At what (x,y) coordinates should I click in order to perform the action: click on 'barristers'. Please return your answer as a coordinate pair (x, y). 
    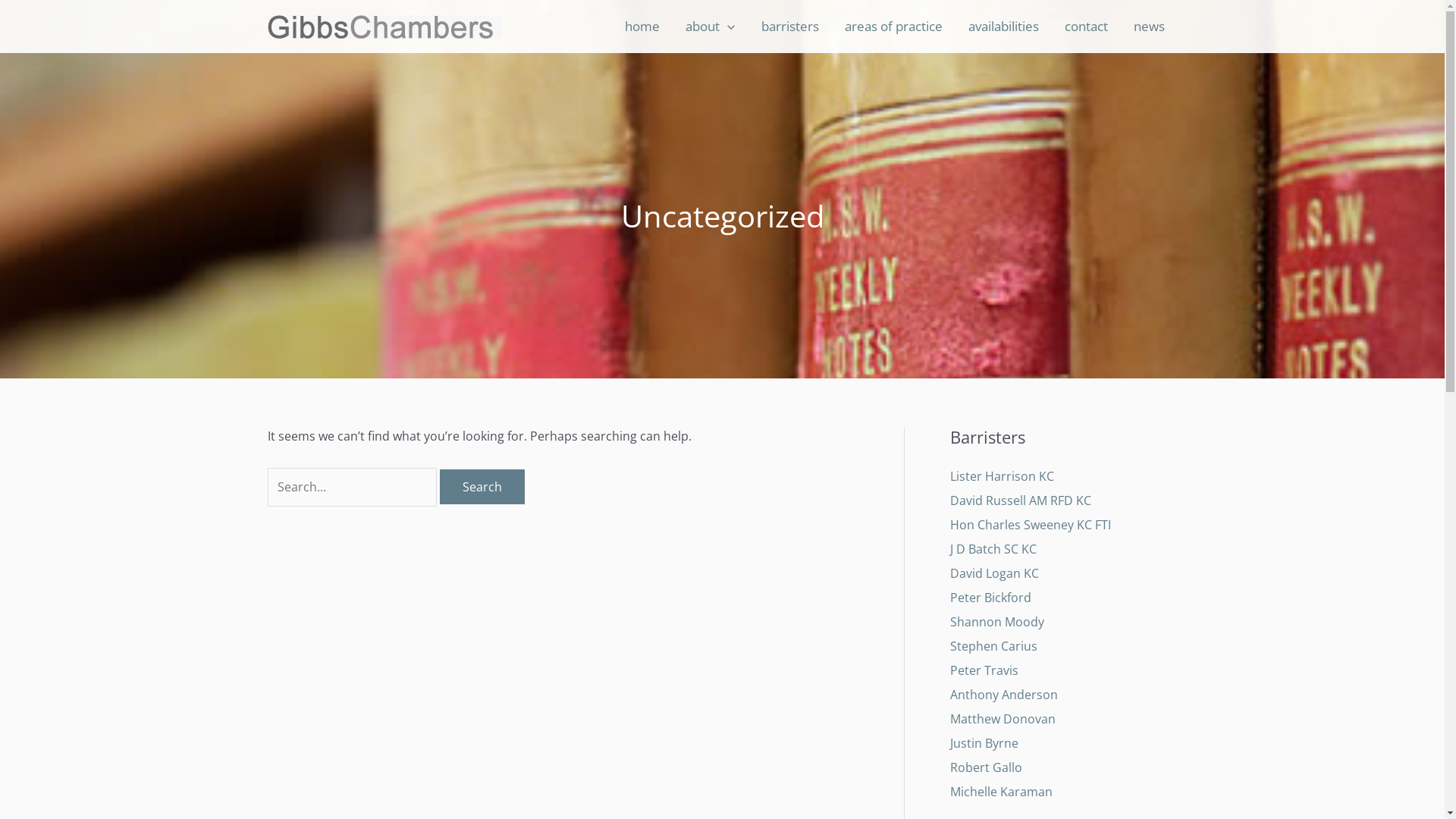
    Looking at the image, I should click on (747, 26).